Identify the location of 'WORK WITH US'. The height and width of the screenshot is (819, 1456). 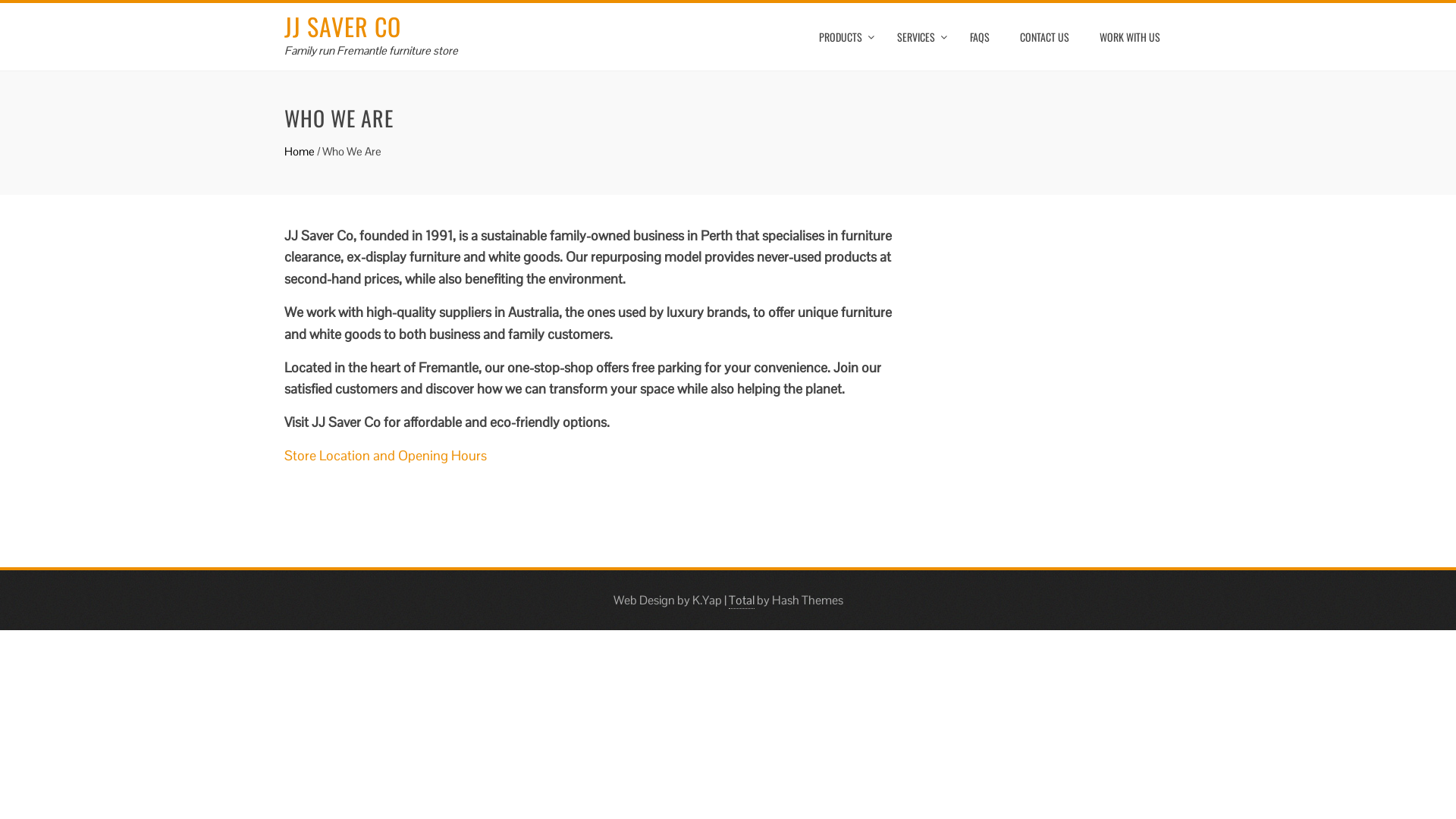
(1129, 36).